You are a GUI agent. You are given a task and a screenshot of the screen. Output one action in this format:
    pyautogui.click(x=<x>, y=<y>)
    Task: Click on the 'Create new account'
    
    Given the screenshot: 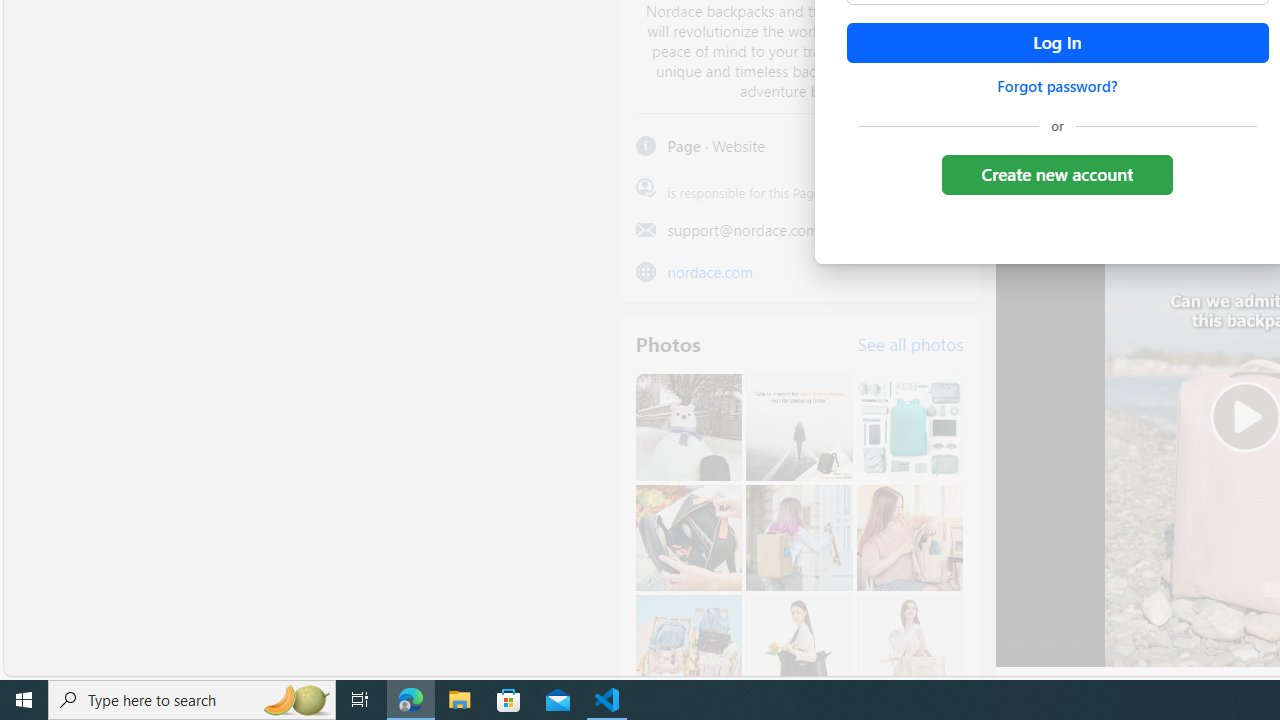 What is the action you would take?
    pyautogui.click(x=1056, y=173)
    